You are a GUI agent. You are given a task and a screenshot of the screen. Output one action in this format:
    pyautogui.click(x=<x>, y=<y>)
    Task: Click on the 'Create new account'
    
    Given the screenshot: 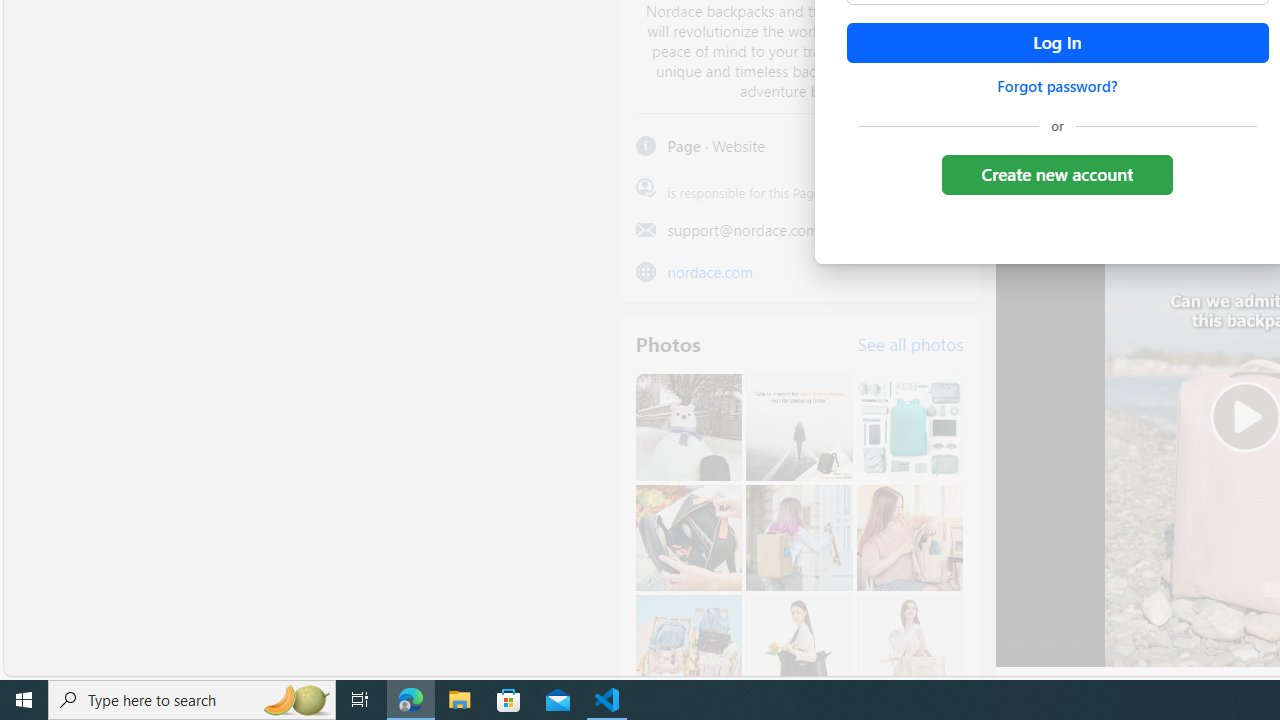 What is the action you would take?
    pyautogui.click(x=1056, y=173)
    